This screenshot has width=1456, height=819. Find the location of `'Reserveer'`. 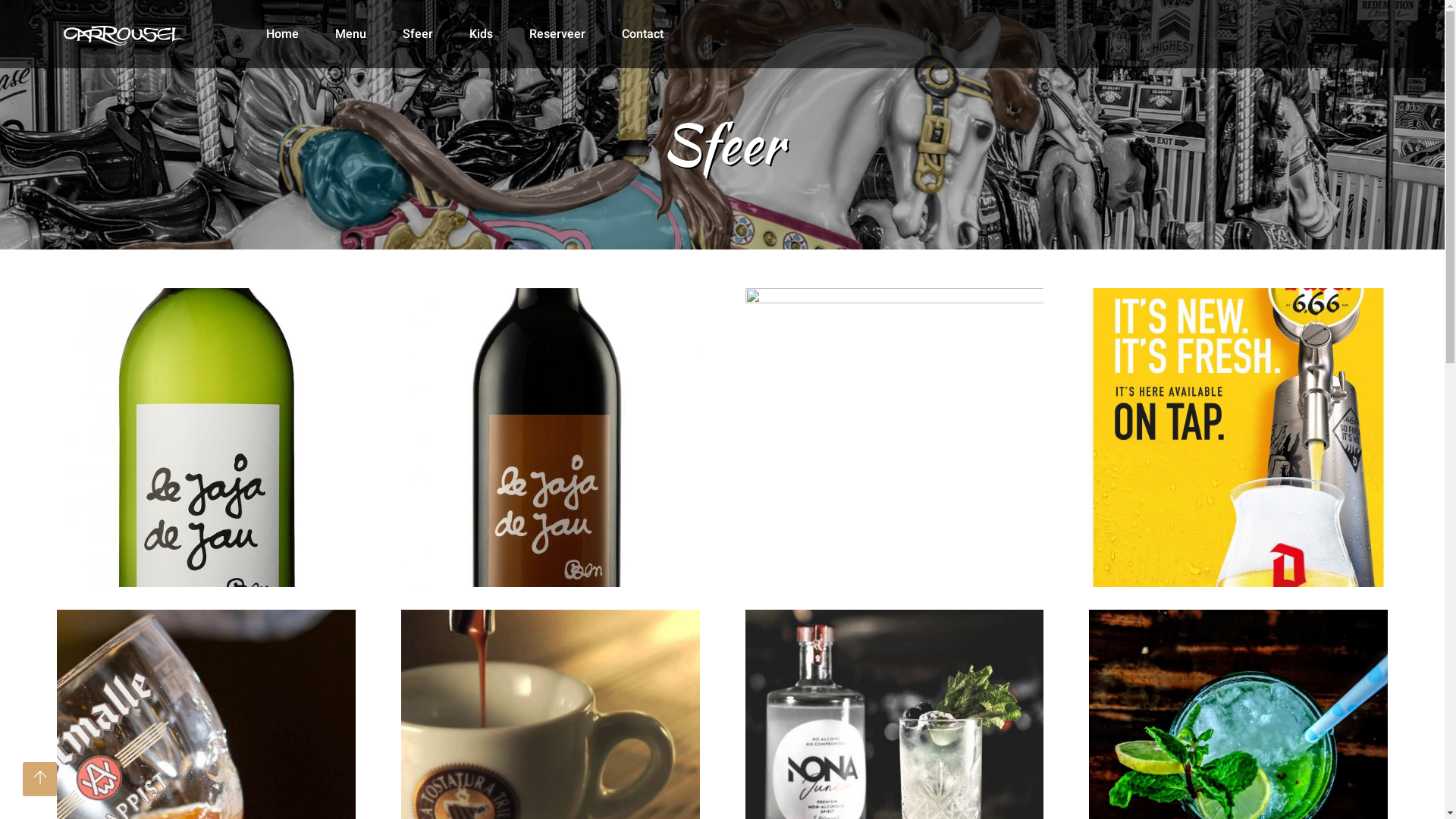

'Reserveer' is located at coordinates (510, 34).